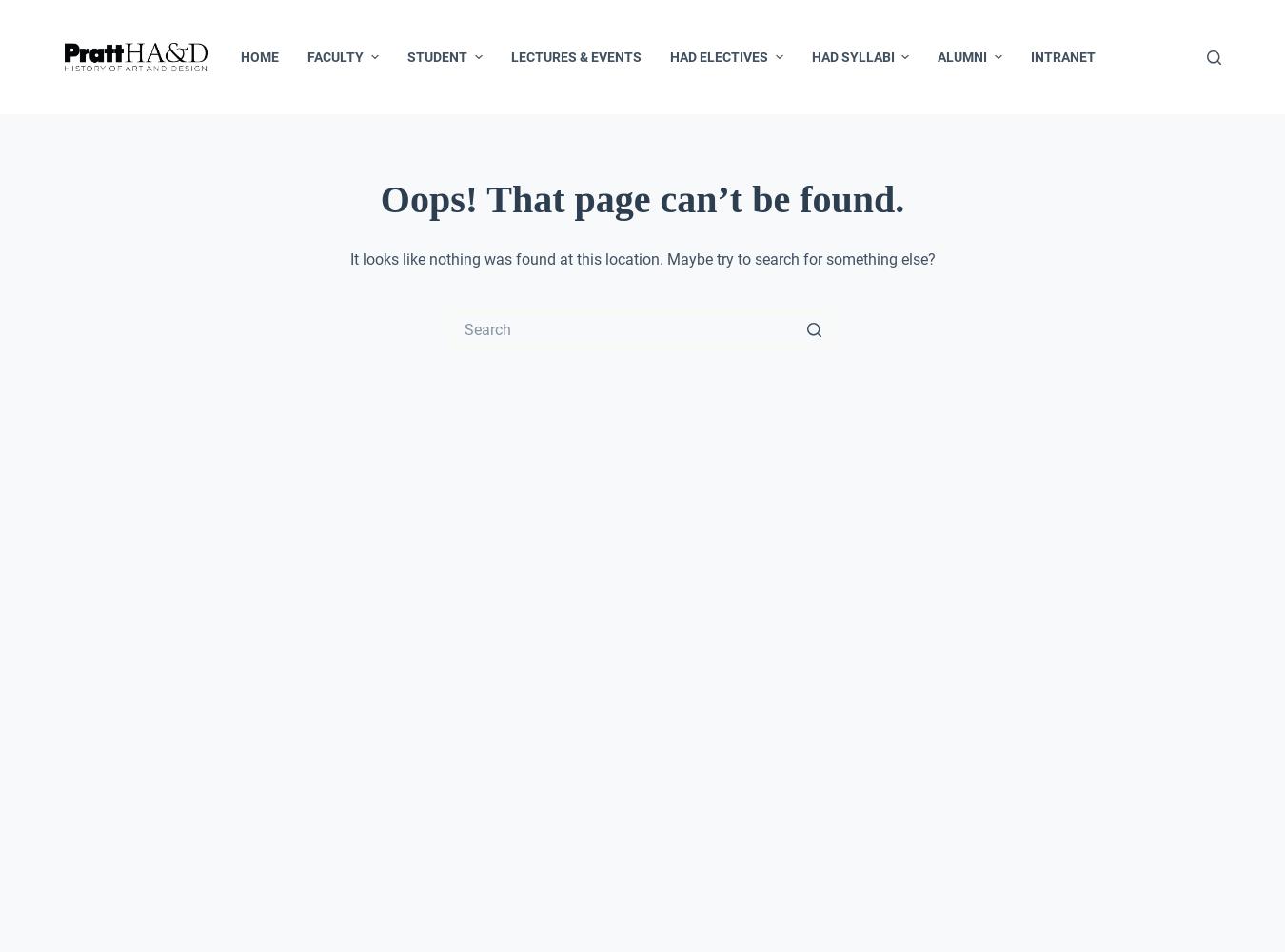  What do you see at coordinates (1016, 172) in the screenshot?
I see `'Life After Pratt- Seth Persons'` at bounding box center [1016, 172].